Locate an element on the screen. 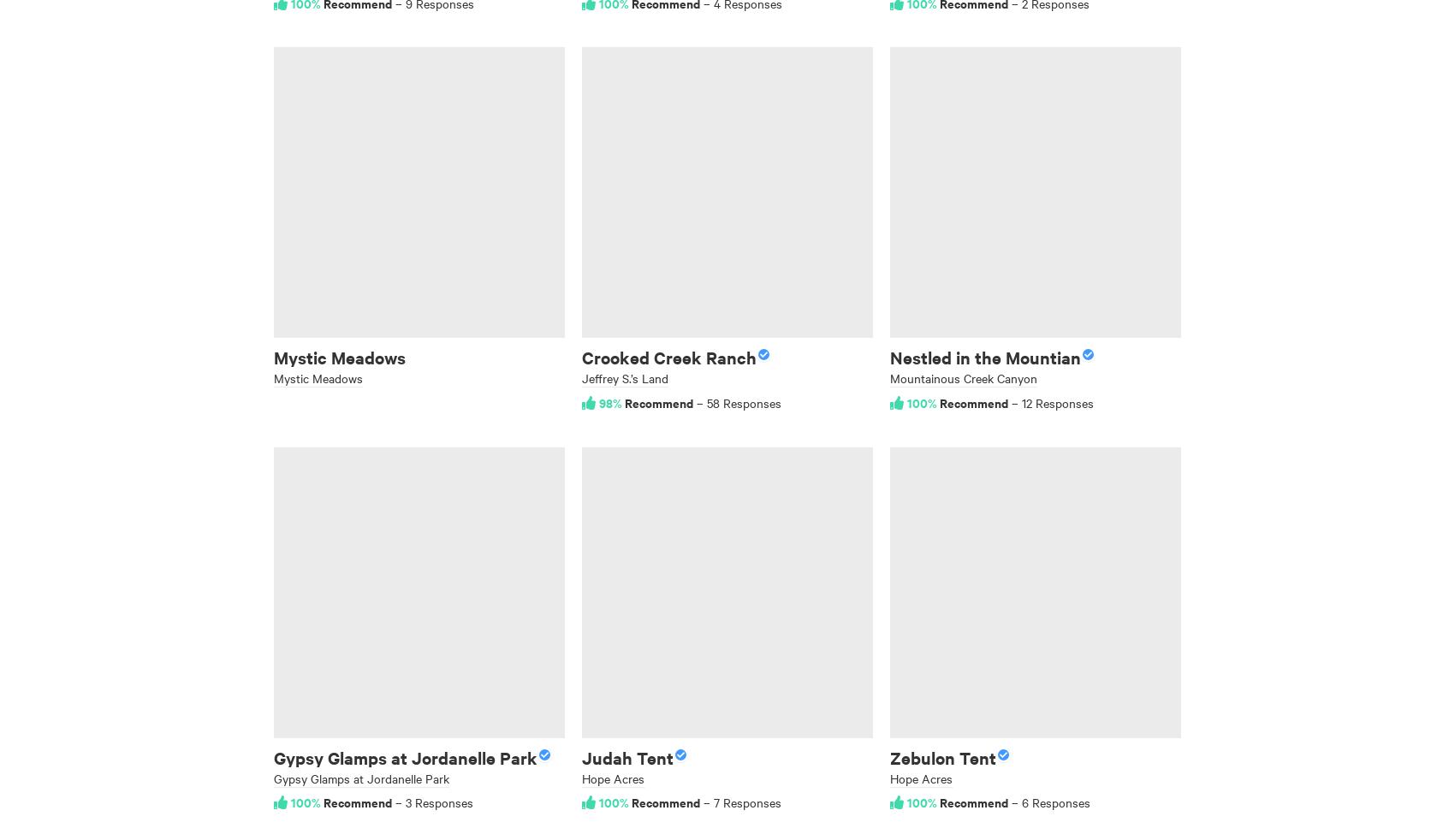  'Zebulon Tent' is located at coordinates (942, 756).